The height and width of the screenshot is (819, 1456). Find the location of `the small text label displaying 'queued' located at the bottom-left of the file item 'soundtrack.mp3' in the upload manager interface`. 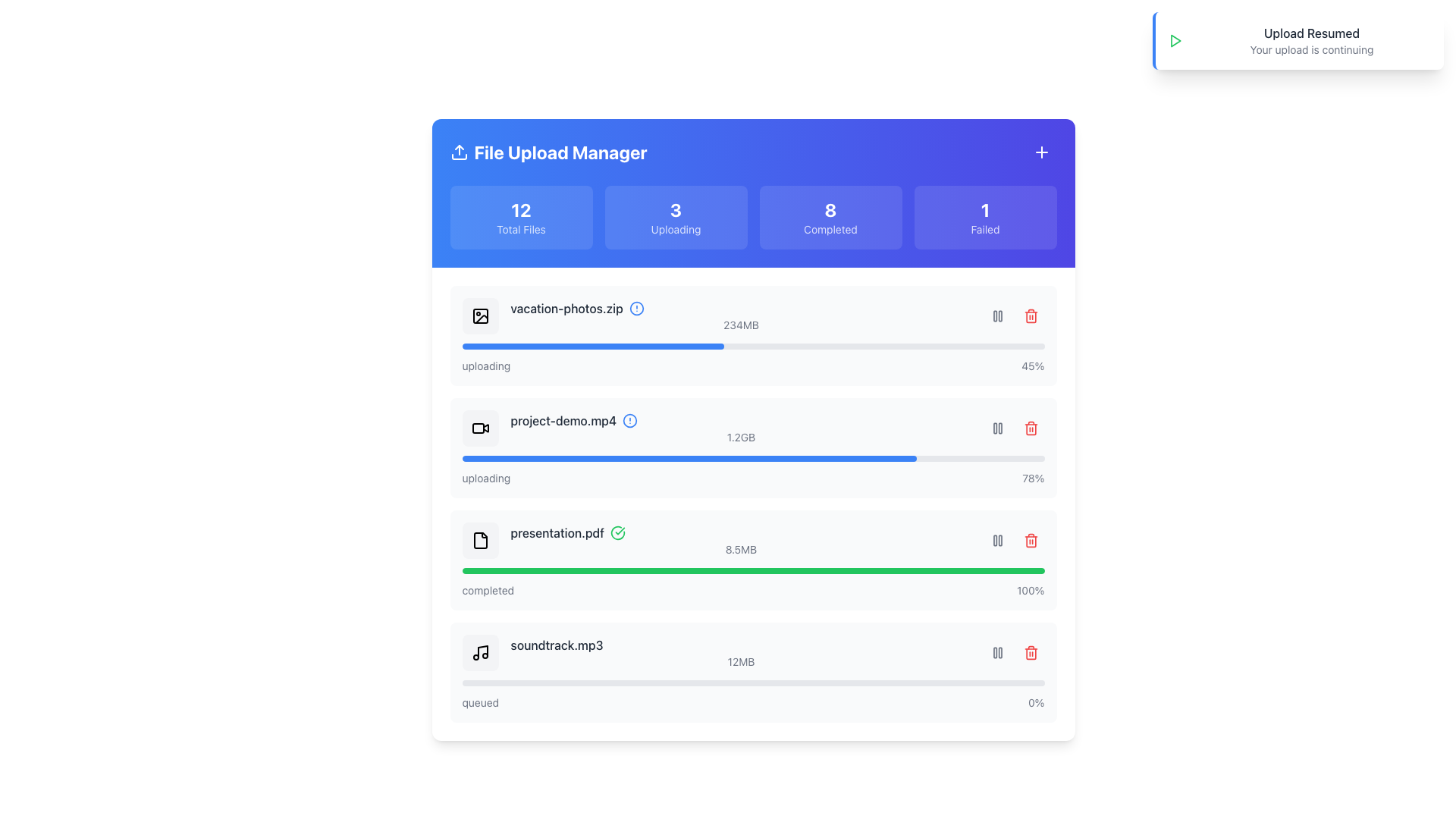

the small text label displaying 'queued' located at the bottom-left of the file item 'soundtrack.mp3' in the upload manager interface is located at coordinates (479, 702).